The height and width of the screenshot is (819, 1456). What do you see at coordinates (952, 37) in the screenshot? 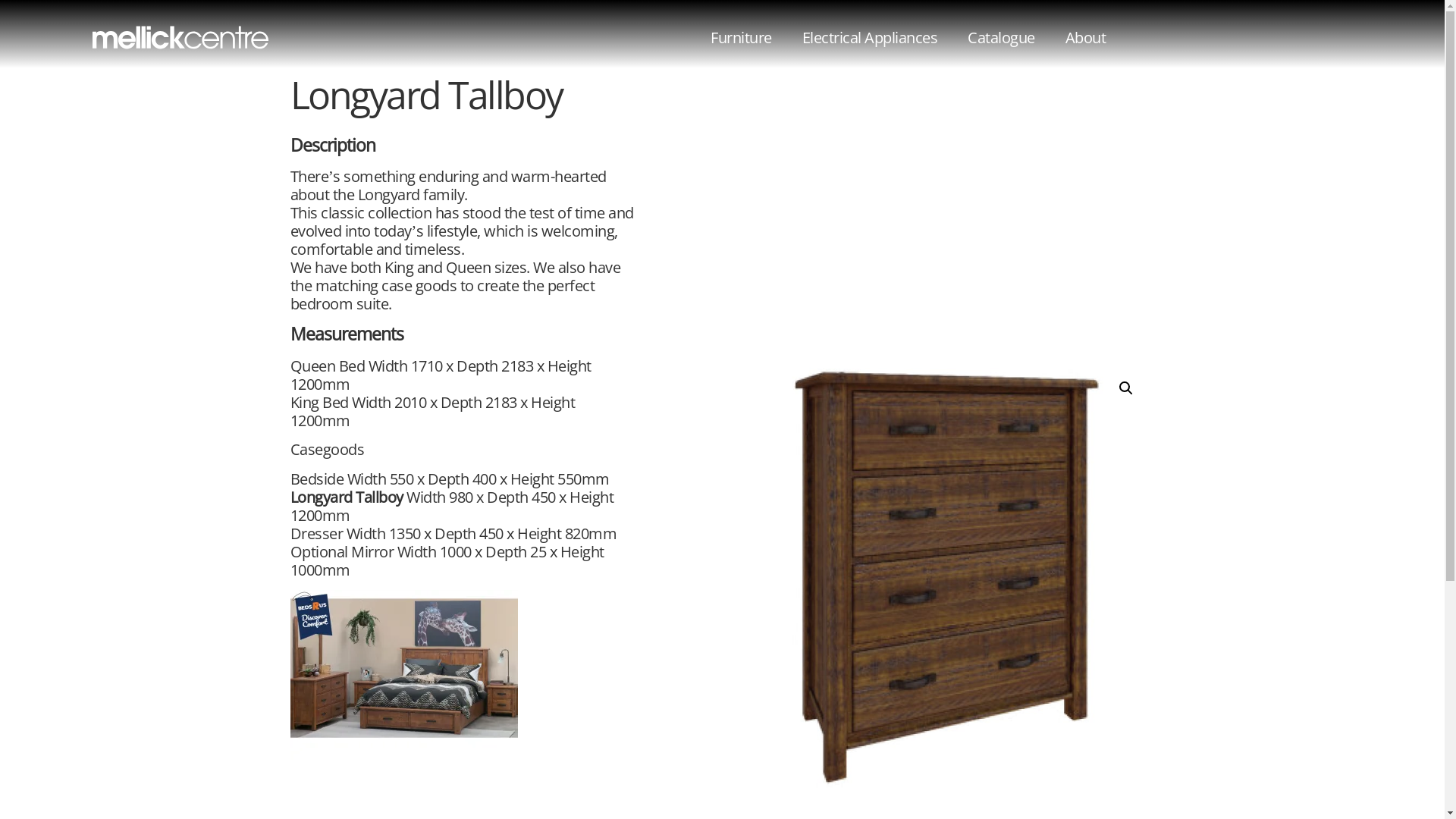
I see `'Catalogue'` at bounding box center [952, 37].